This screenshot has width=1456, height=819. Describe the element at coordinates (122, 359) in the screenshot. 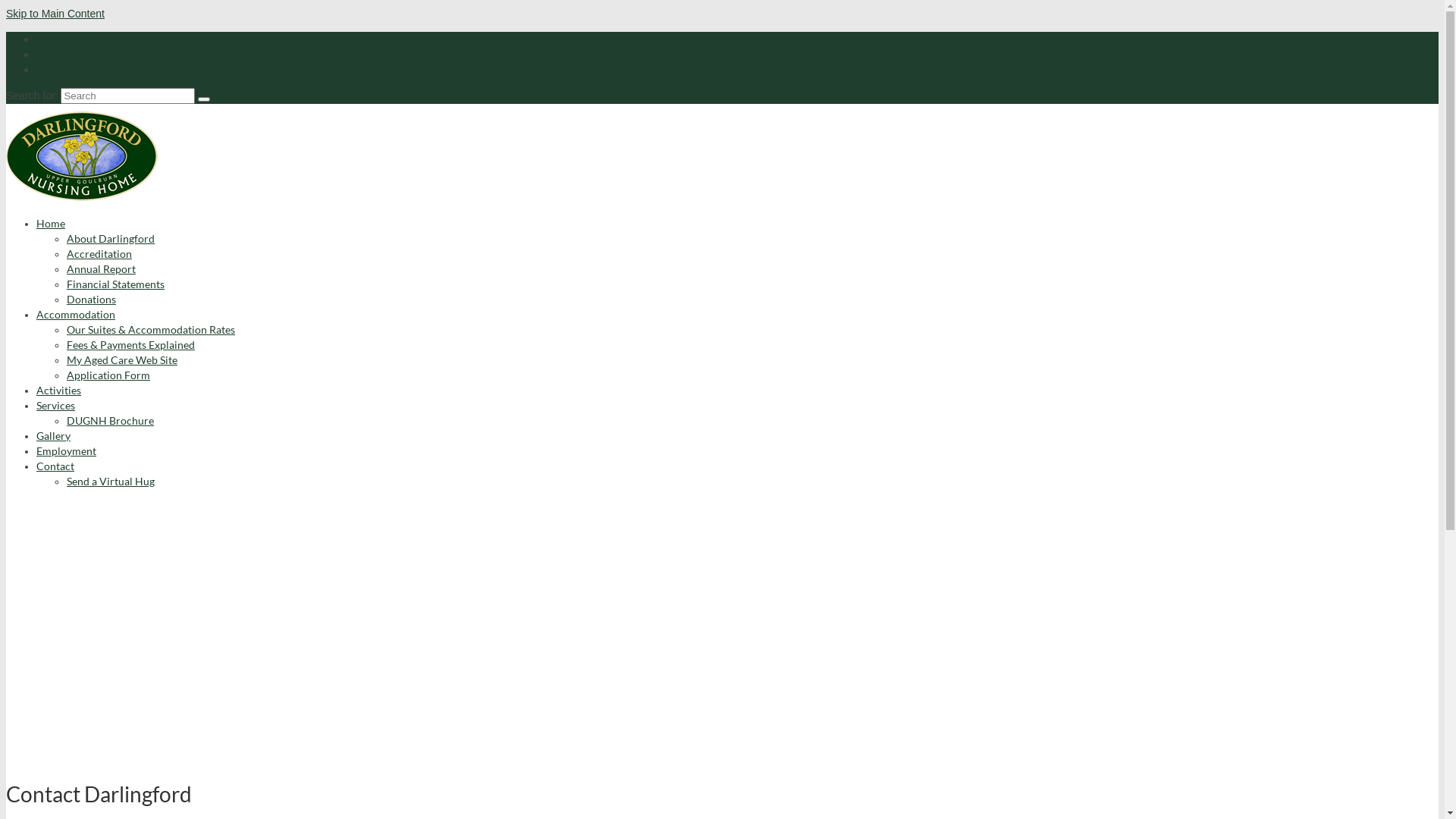

I see `'My Aged Care Web Site'` at that location.